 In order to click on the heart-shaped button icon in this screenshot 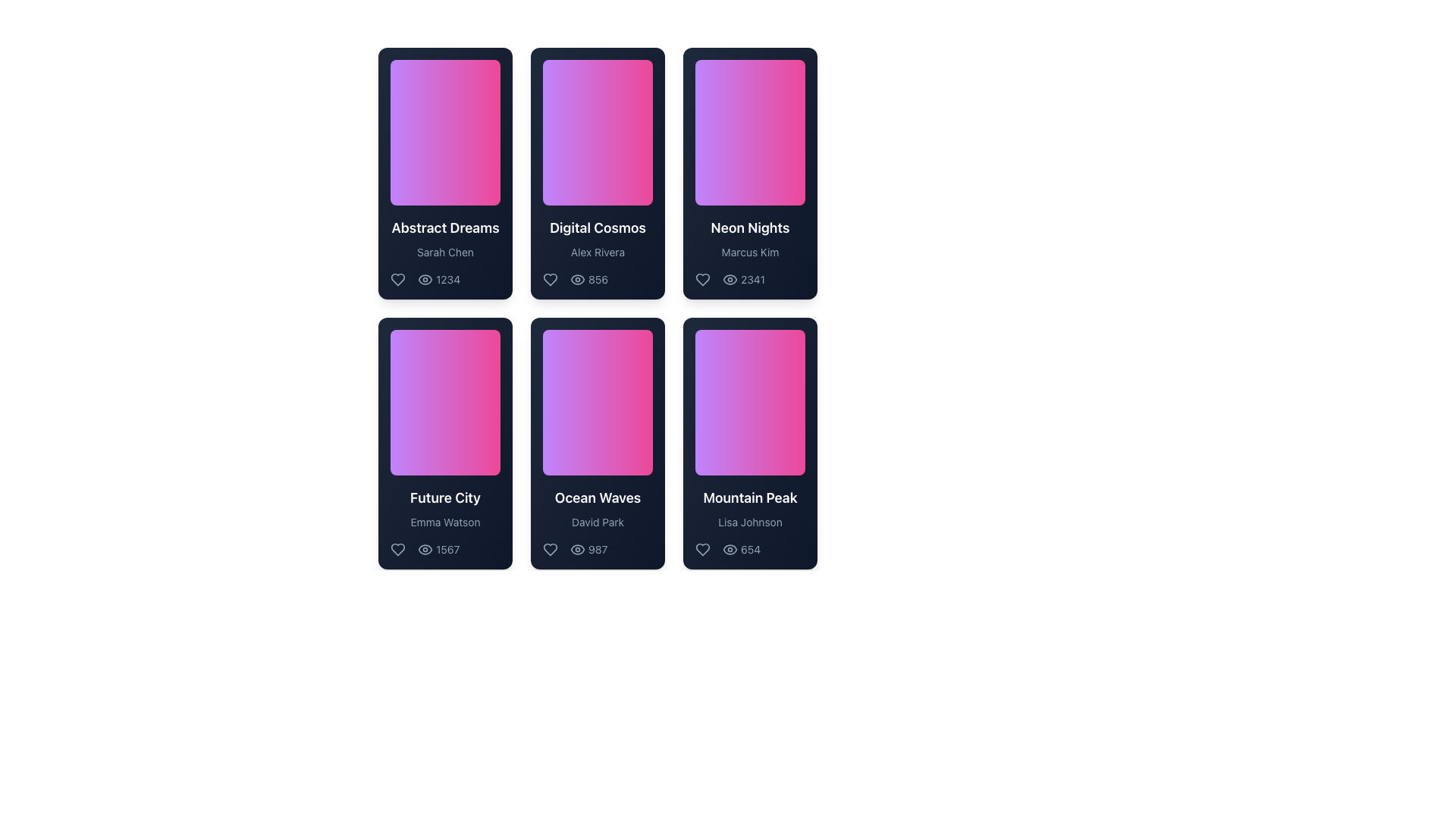, I will do `click(701, 550)`.